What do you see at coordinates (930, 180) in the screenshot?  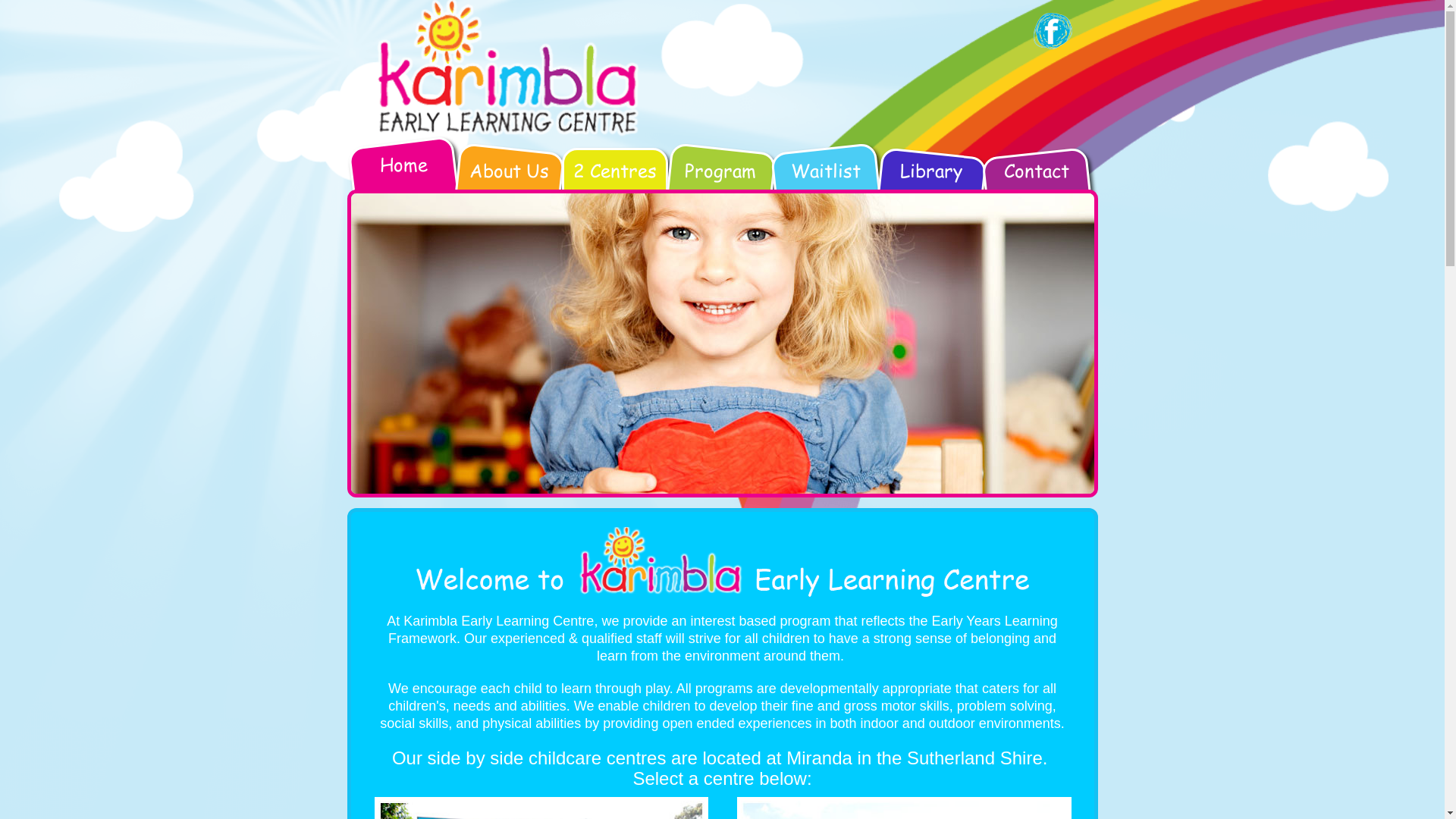 I see `'Library'` at bounding box center [930, 180].